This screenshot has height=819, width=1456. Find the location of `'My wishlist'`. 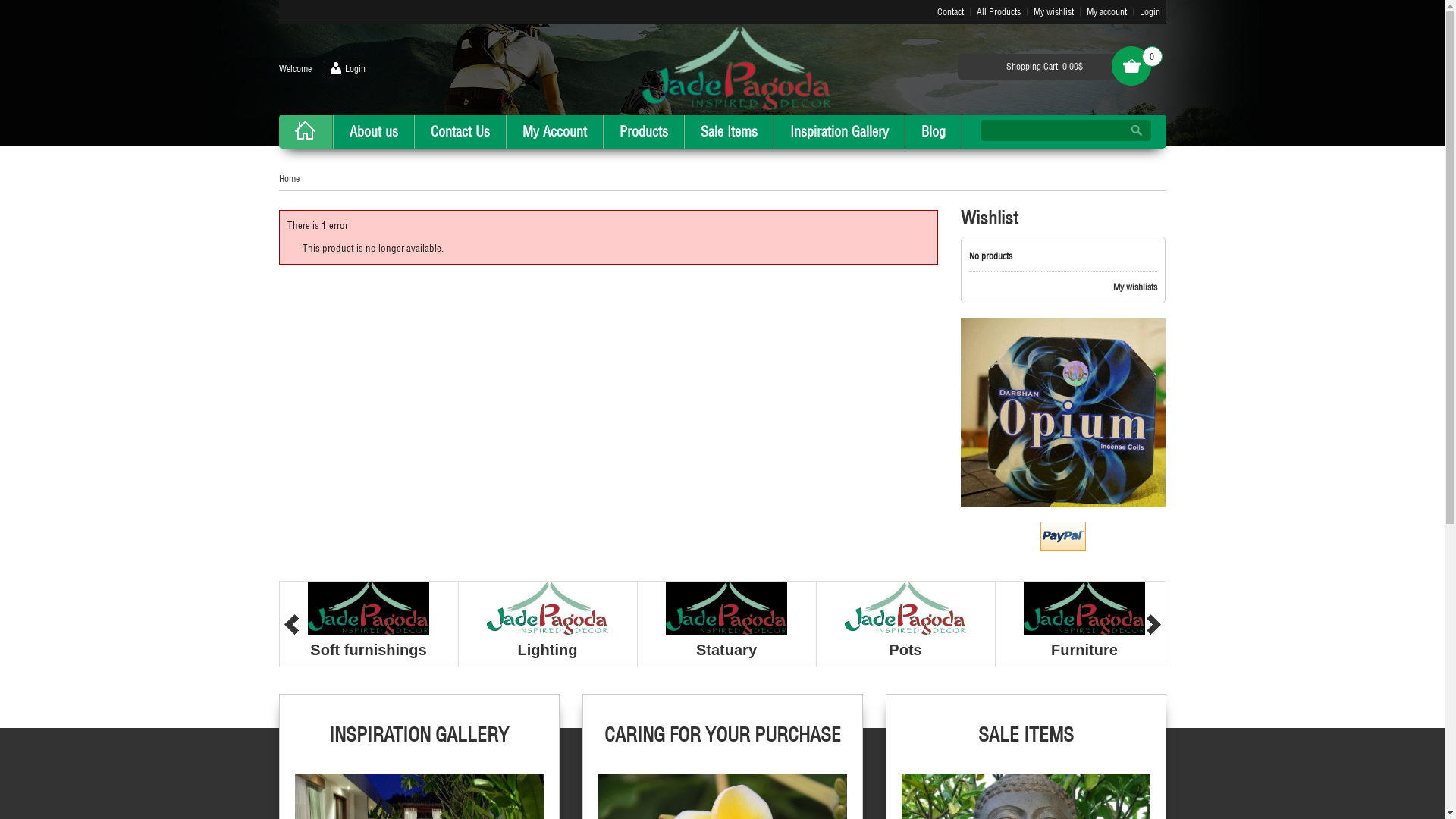

'My wishlist' is located at coordinates (1052, 11).